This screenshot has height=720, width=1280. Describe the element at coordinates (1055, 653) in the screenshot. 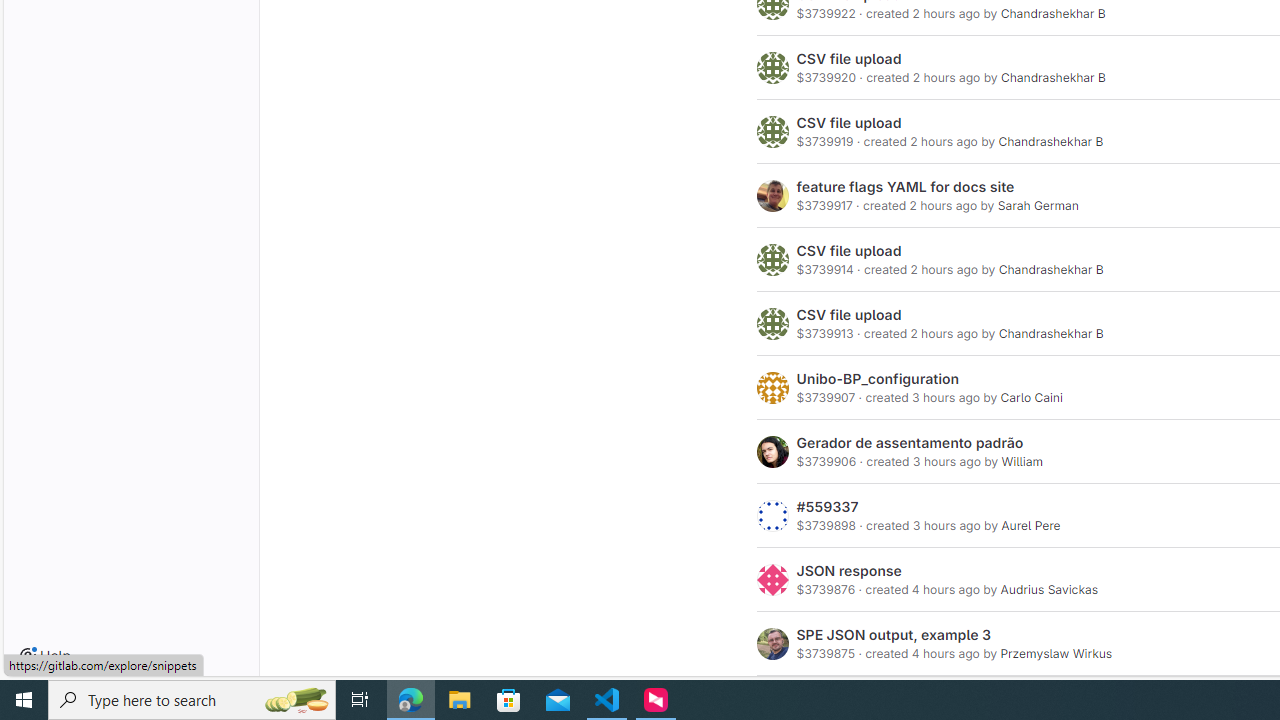

I see `'Przemyslaw Wirkus'` at that location.